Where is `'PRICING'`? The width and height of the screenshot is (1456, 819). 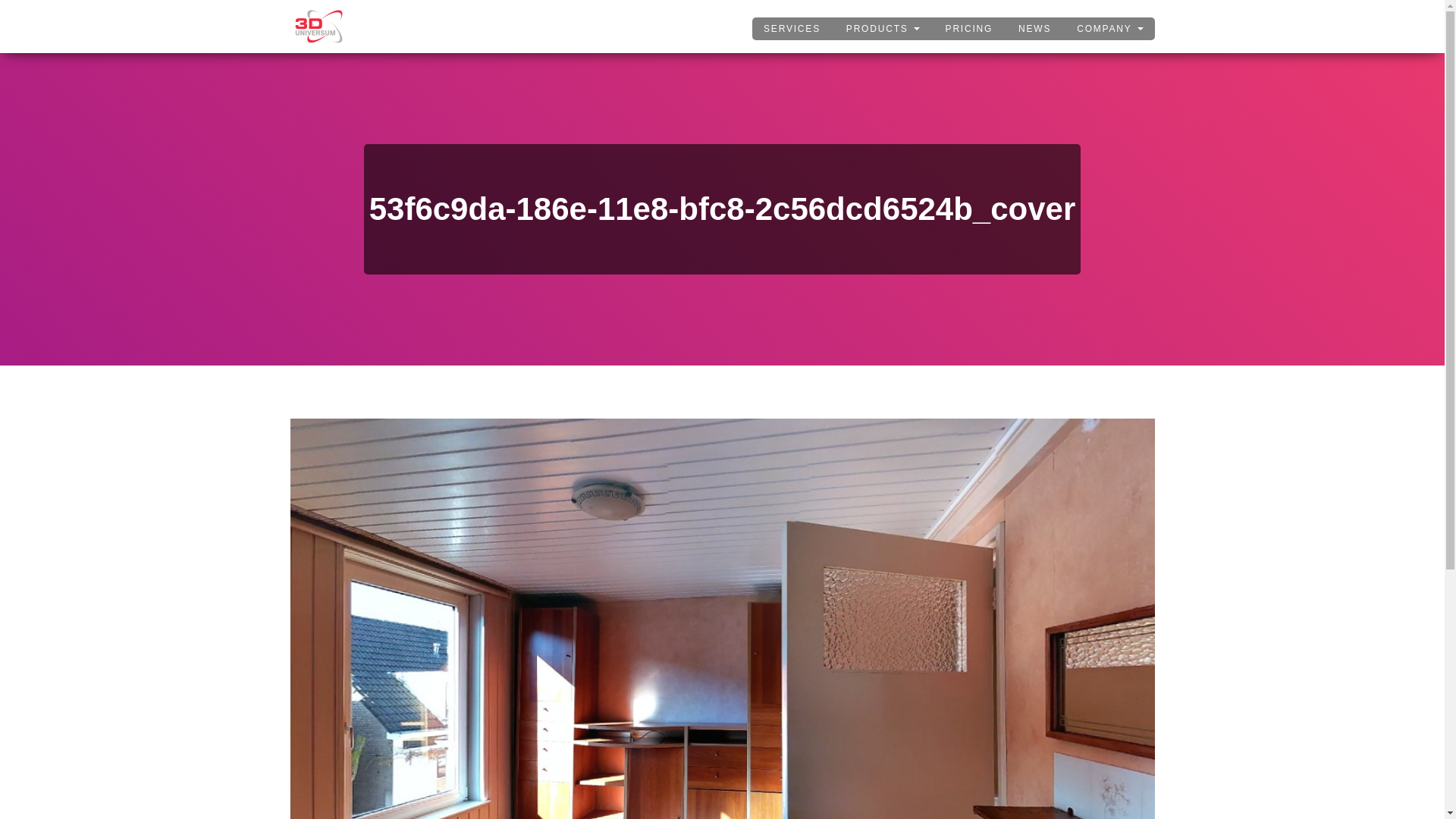
'PRICING' is located at coordinates (934, 28).